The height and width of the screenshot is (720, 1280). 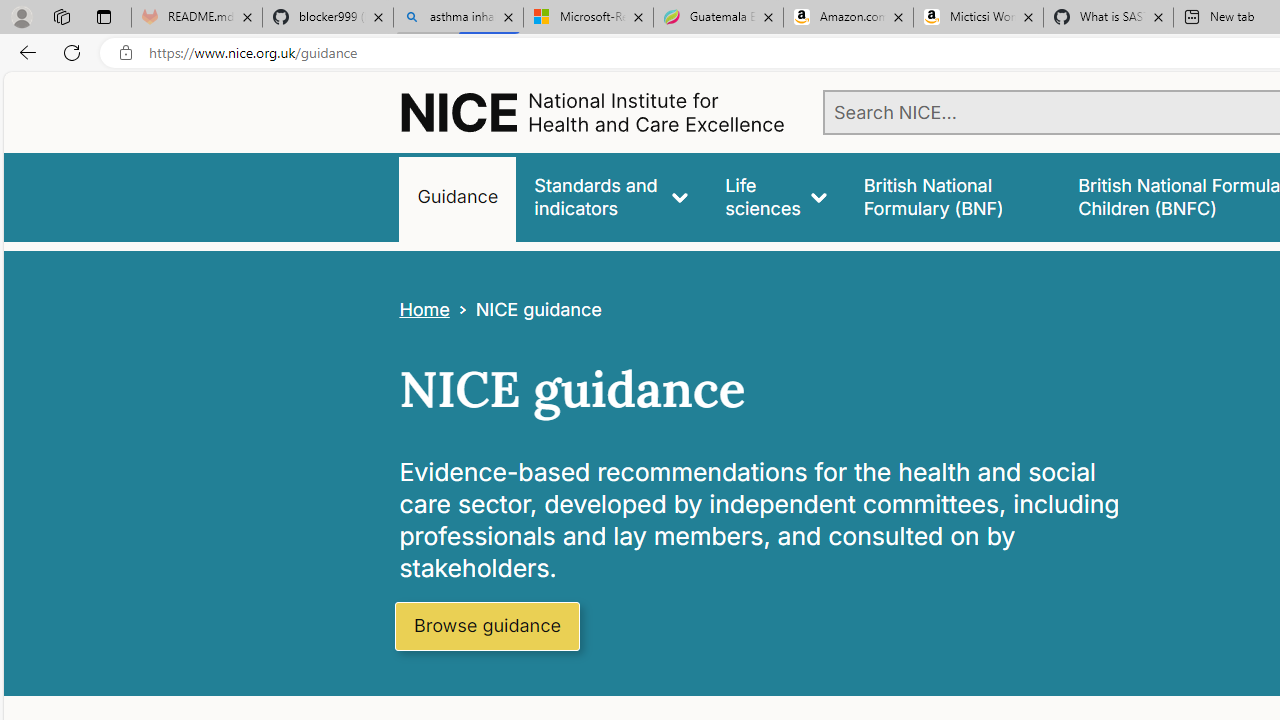 What do you see at coordinates (457, 197) in the screenshot?
I see `'Guidance'` at bounding box center [457, 197].